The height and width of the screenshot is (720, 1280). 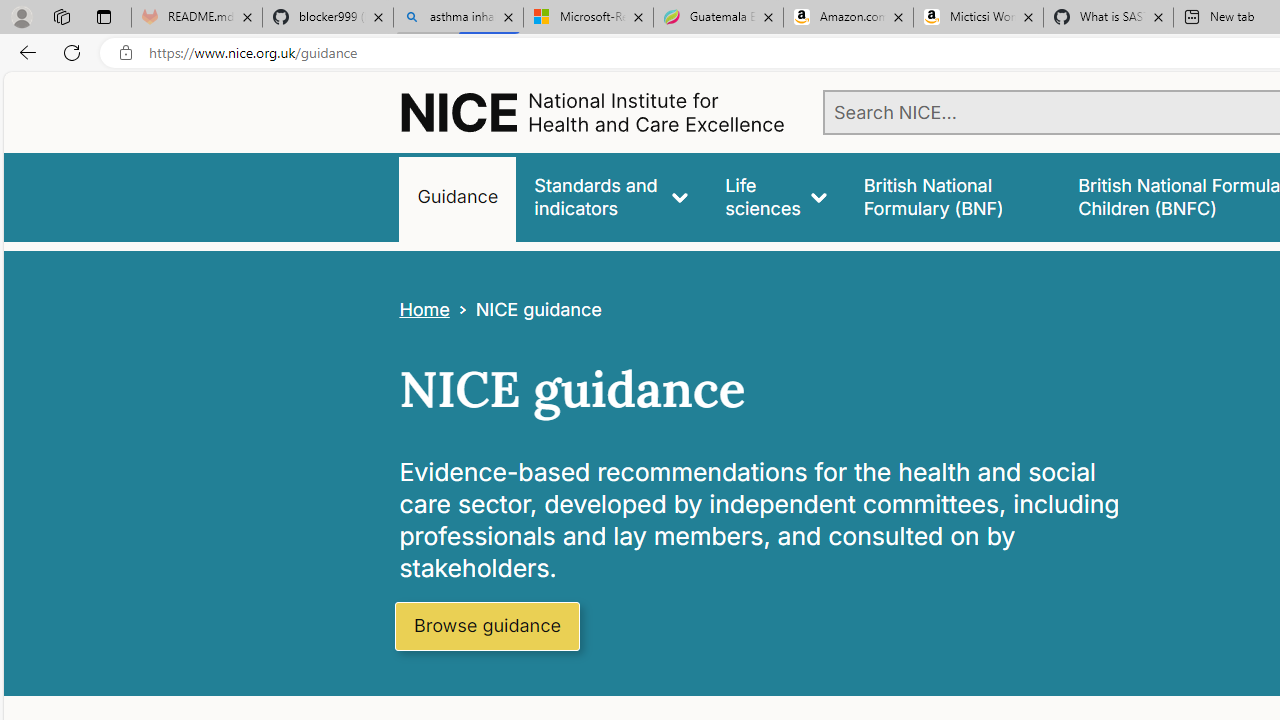 What do you see at coordinates (457, 197) in the screenshot?
I see `'Guidance'` at bounding box center [457, 197].